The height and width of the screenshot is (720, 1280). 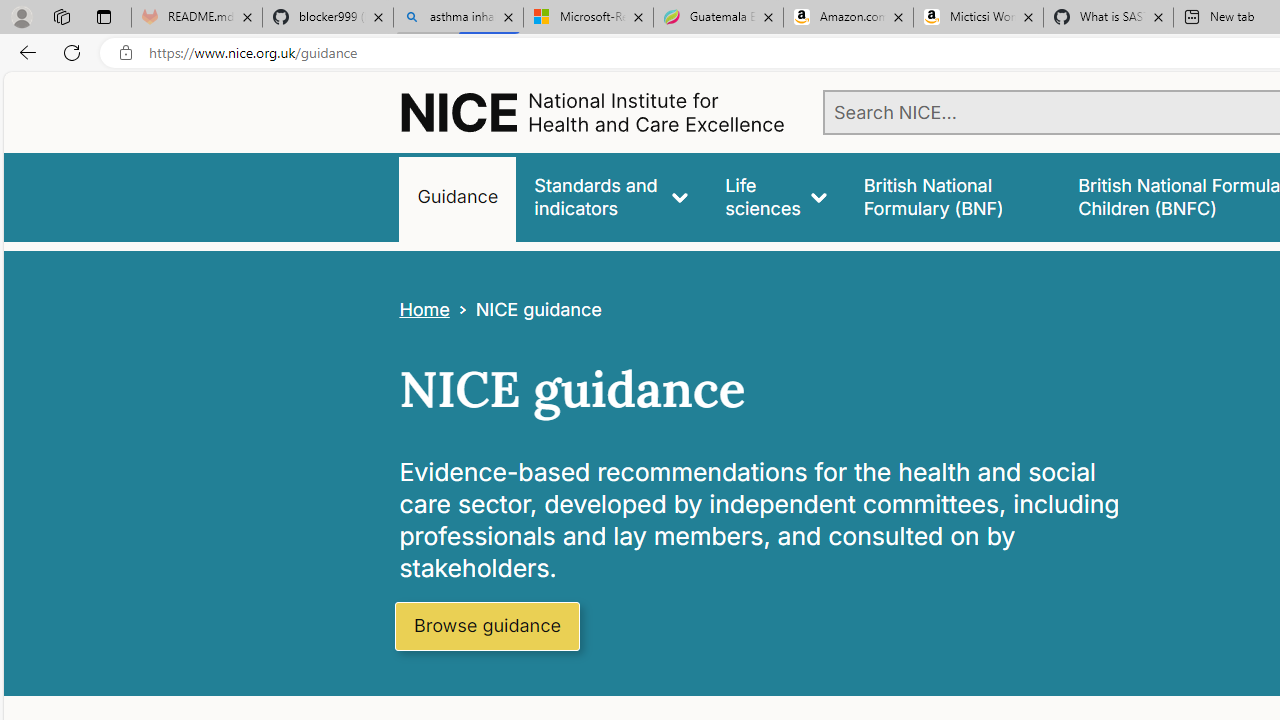 What do you see at coordinates (457, 197) in the screenshot?
I see `'Guidance'` at bounding box center [457, 197].